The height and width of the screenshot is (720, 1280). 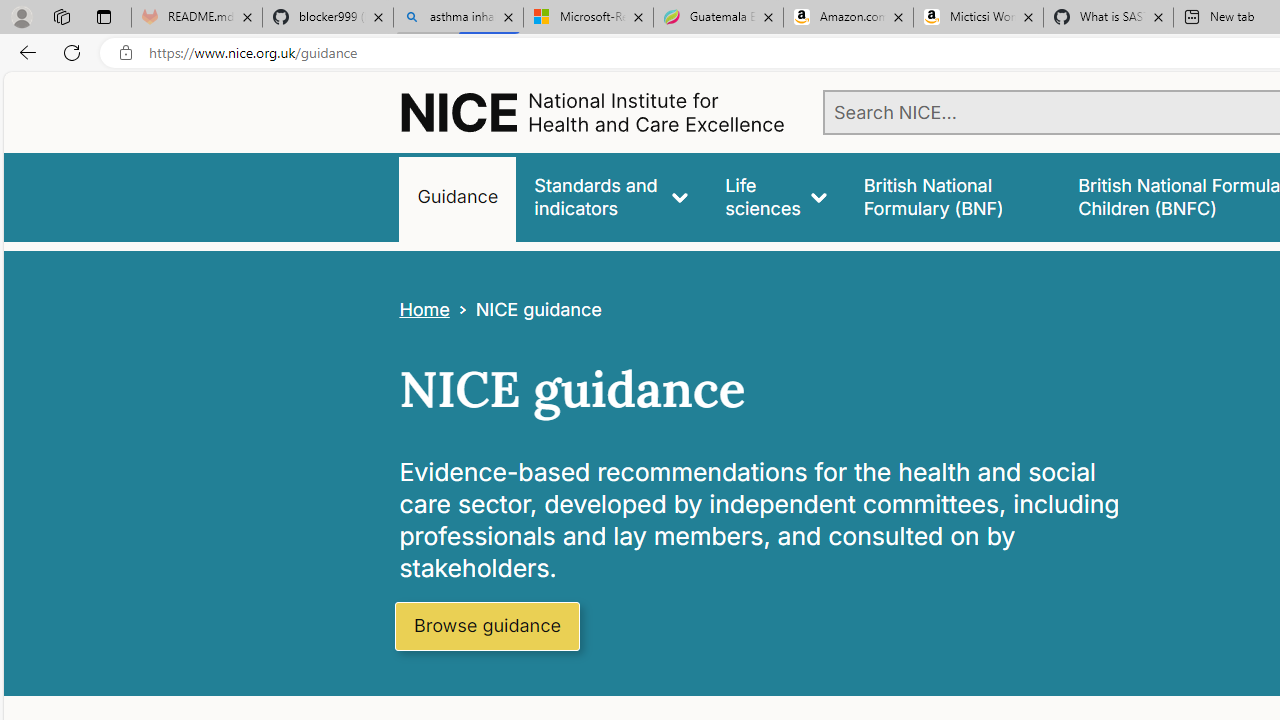 What do you see at coordinates (457, 197) in the screenshot?
I see `'Guidance'` at bounding box center [457, 197].